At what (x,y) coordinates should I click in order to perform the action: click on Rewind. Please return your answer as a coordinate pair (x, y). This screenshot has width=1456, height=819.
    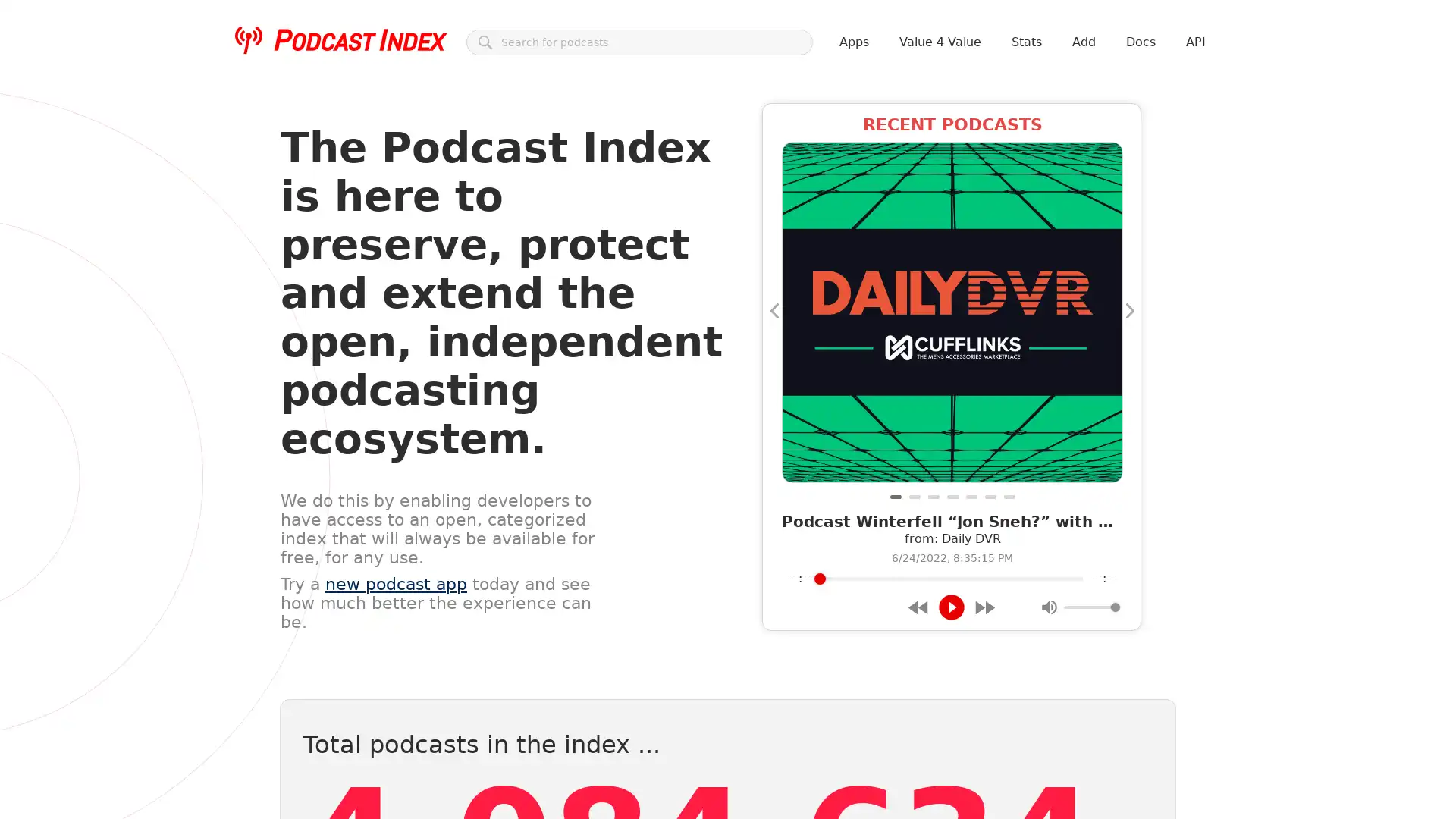
    Looking at the image, I should click on (918, 606).